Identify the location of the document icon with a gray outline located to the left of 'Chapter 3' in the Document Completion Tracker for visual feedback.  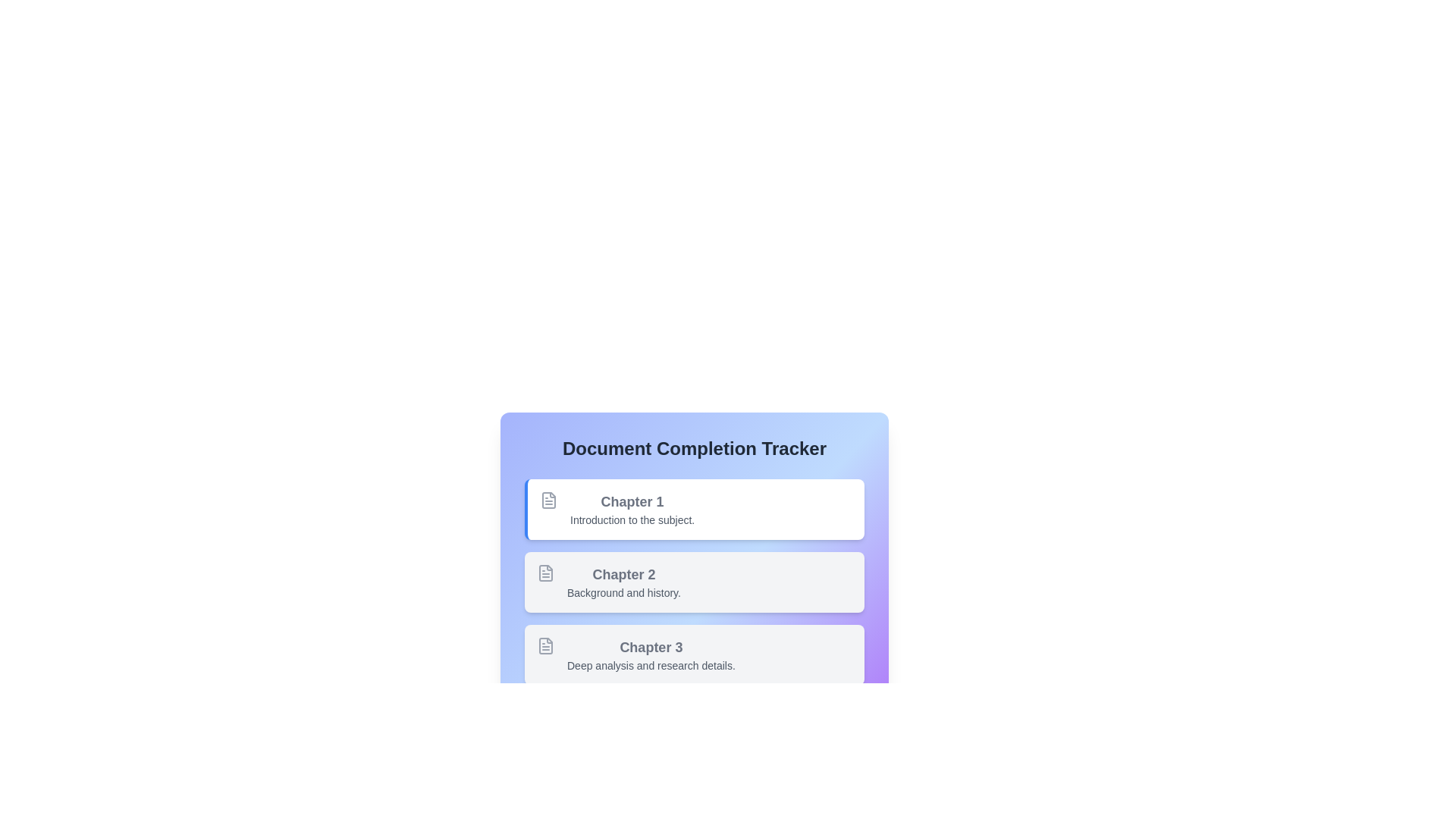
(546, 646).